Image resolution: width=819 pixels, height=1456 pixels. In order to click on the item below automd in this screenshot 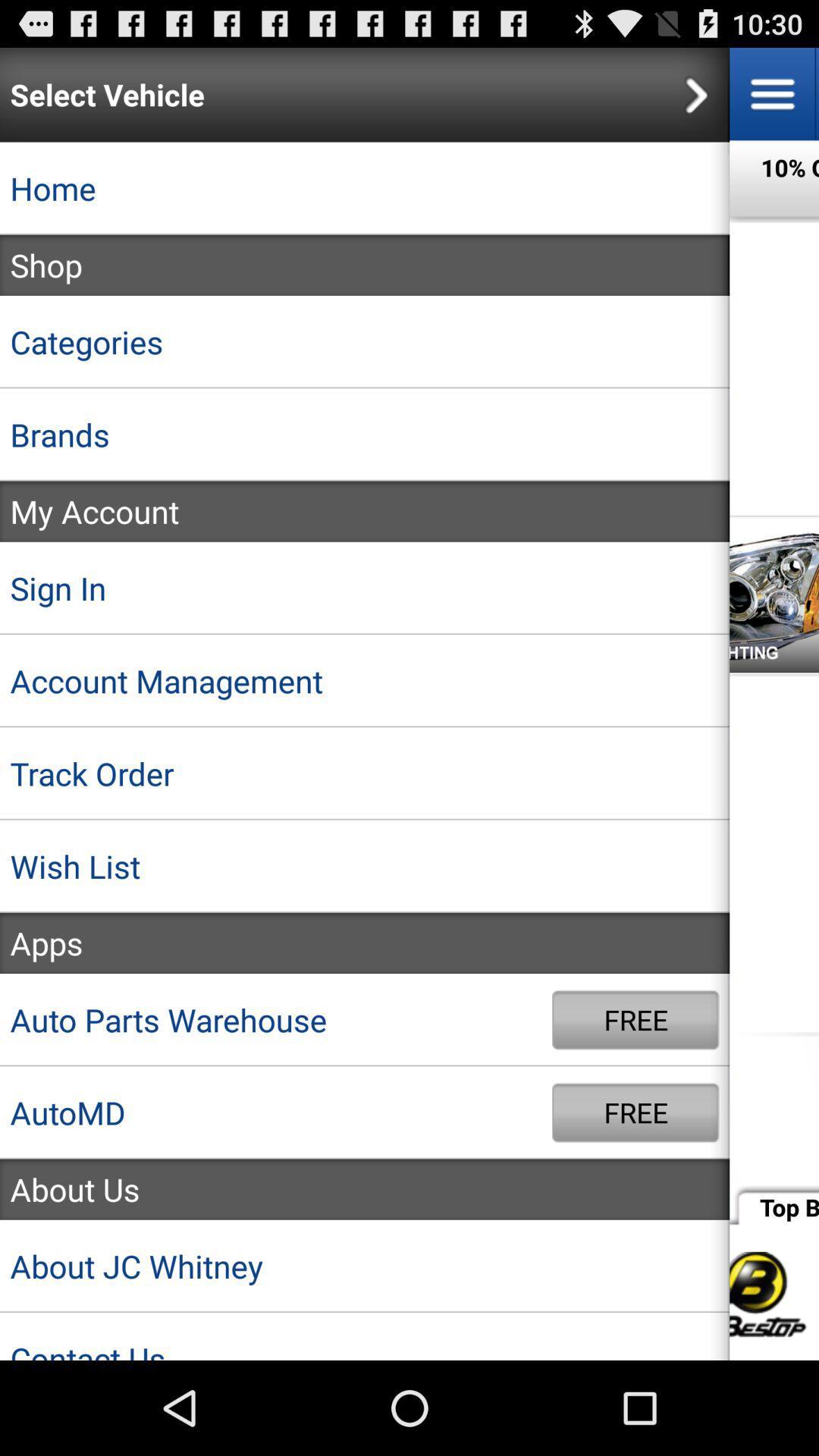, I will do `click(365, 1188)`.